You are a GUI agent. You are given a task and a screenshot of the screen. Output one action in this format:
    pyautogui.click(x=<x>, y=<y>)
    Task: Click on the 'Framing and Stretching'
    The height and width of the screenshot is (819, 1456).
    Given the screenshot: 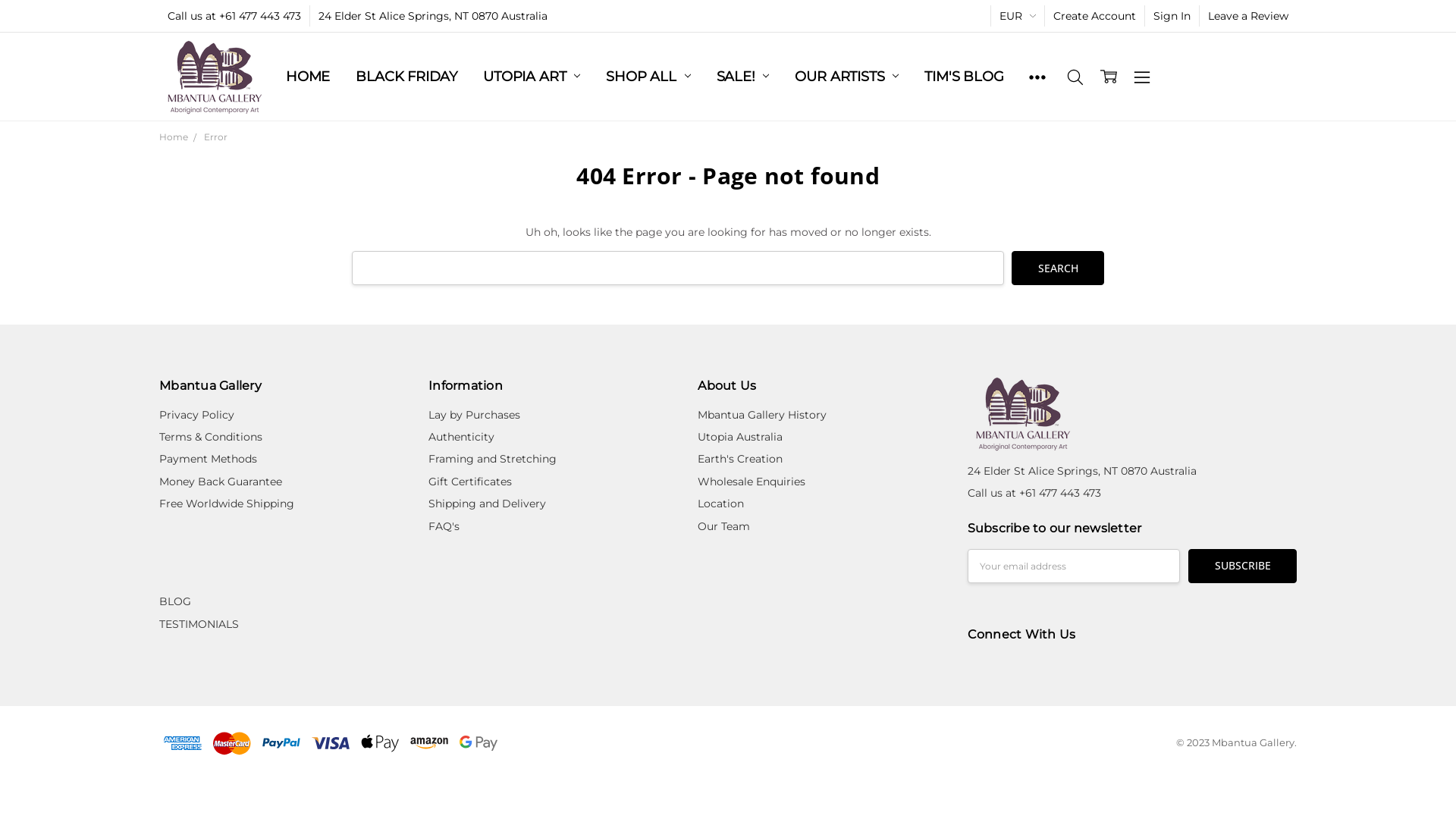 What is the action you would take?
    pyautogui.click(x=428, y=458)
    